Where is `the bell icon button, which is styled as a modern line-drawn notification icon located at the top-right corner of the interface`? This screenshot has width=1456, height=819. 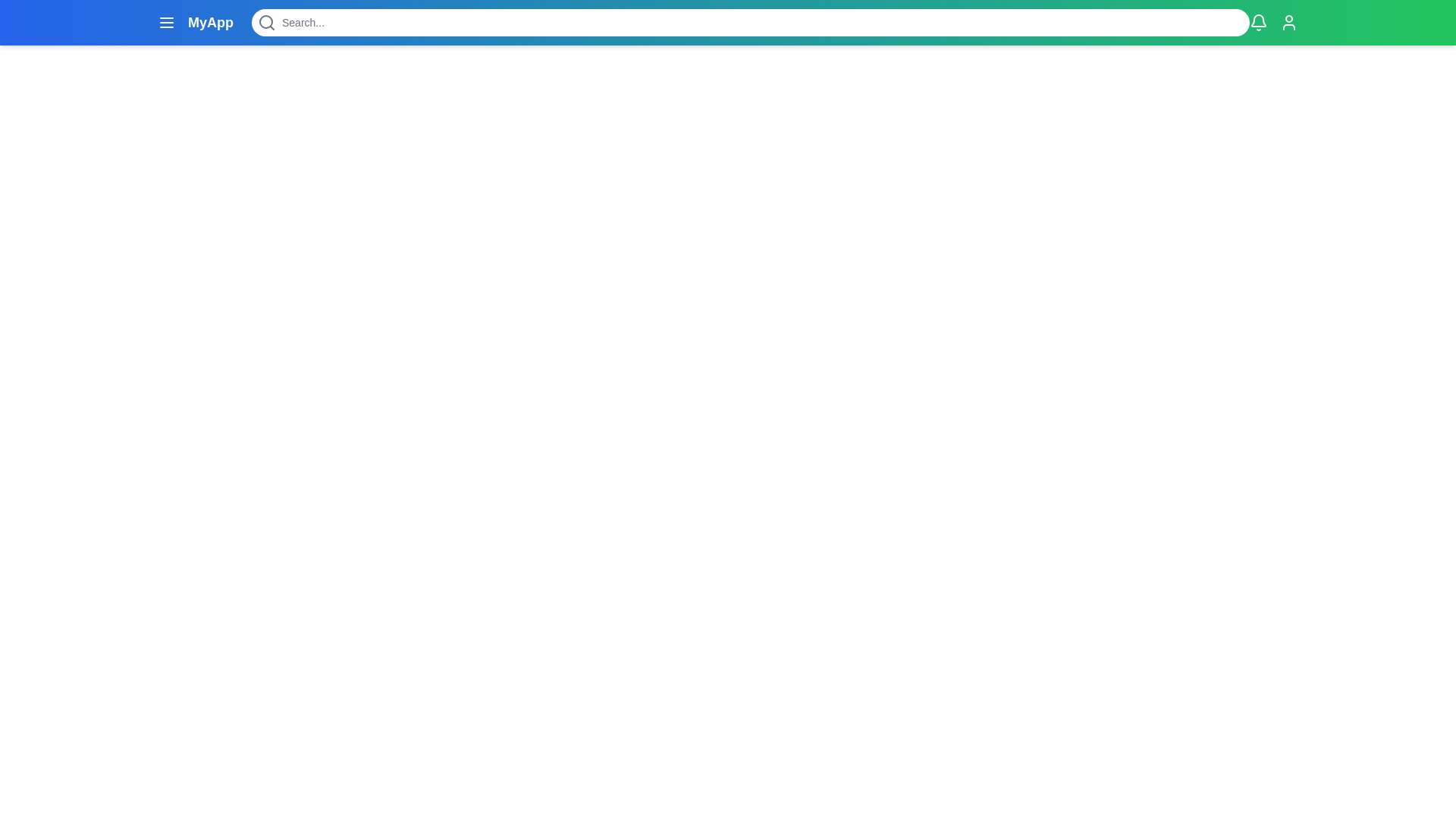
the bell icon button, which is styled as a modern line-drawn notification icon located at the top-right corner of the interface is located at coordinates (1259, 23).